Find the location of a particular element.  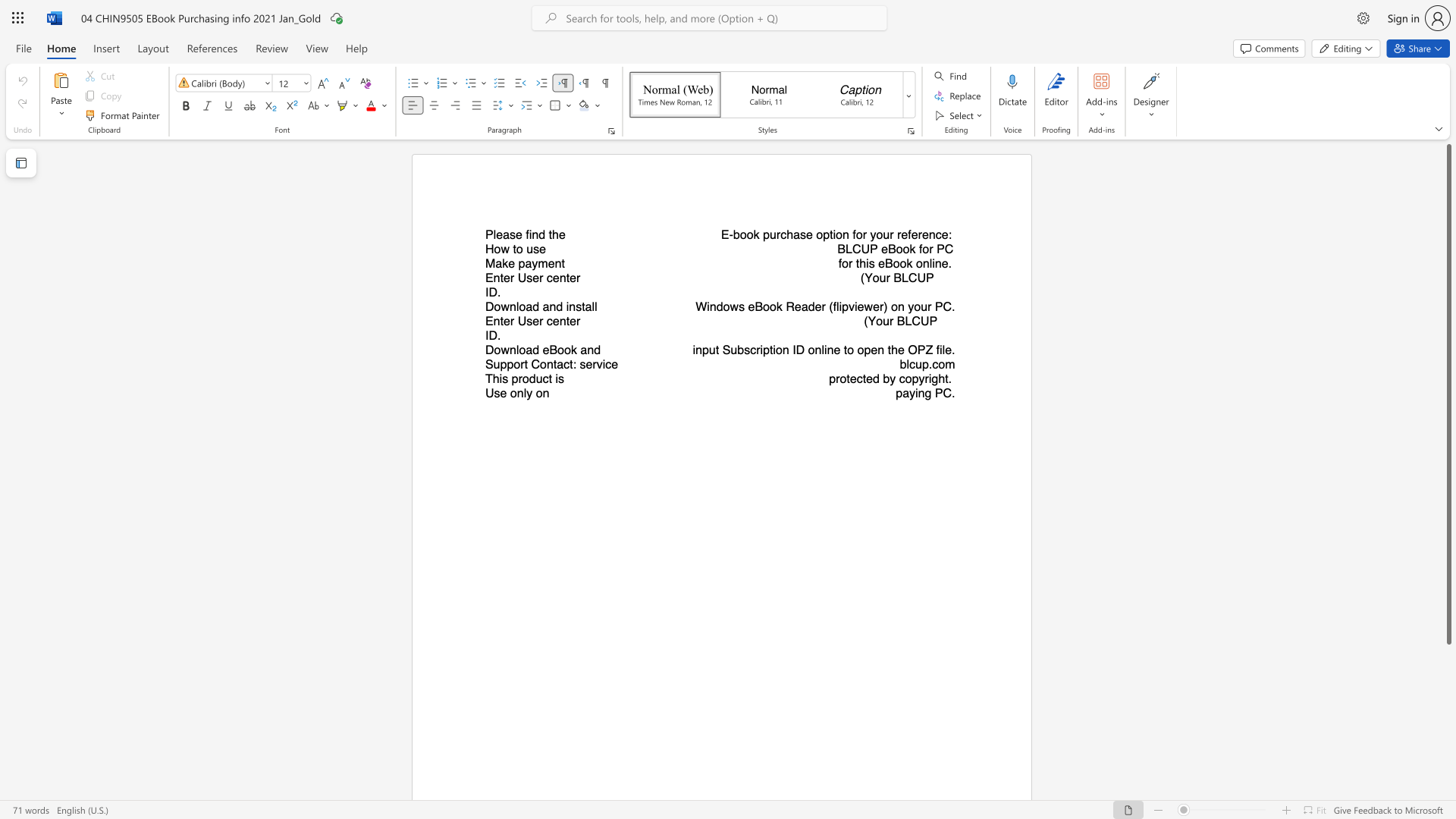

the subset text "put Subscription ID online to open the OPZ file" within the text "input Subscription ID online to open the OPZ file." is located at coordinates (701, 350).